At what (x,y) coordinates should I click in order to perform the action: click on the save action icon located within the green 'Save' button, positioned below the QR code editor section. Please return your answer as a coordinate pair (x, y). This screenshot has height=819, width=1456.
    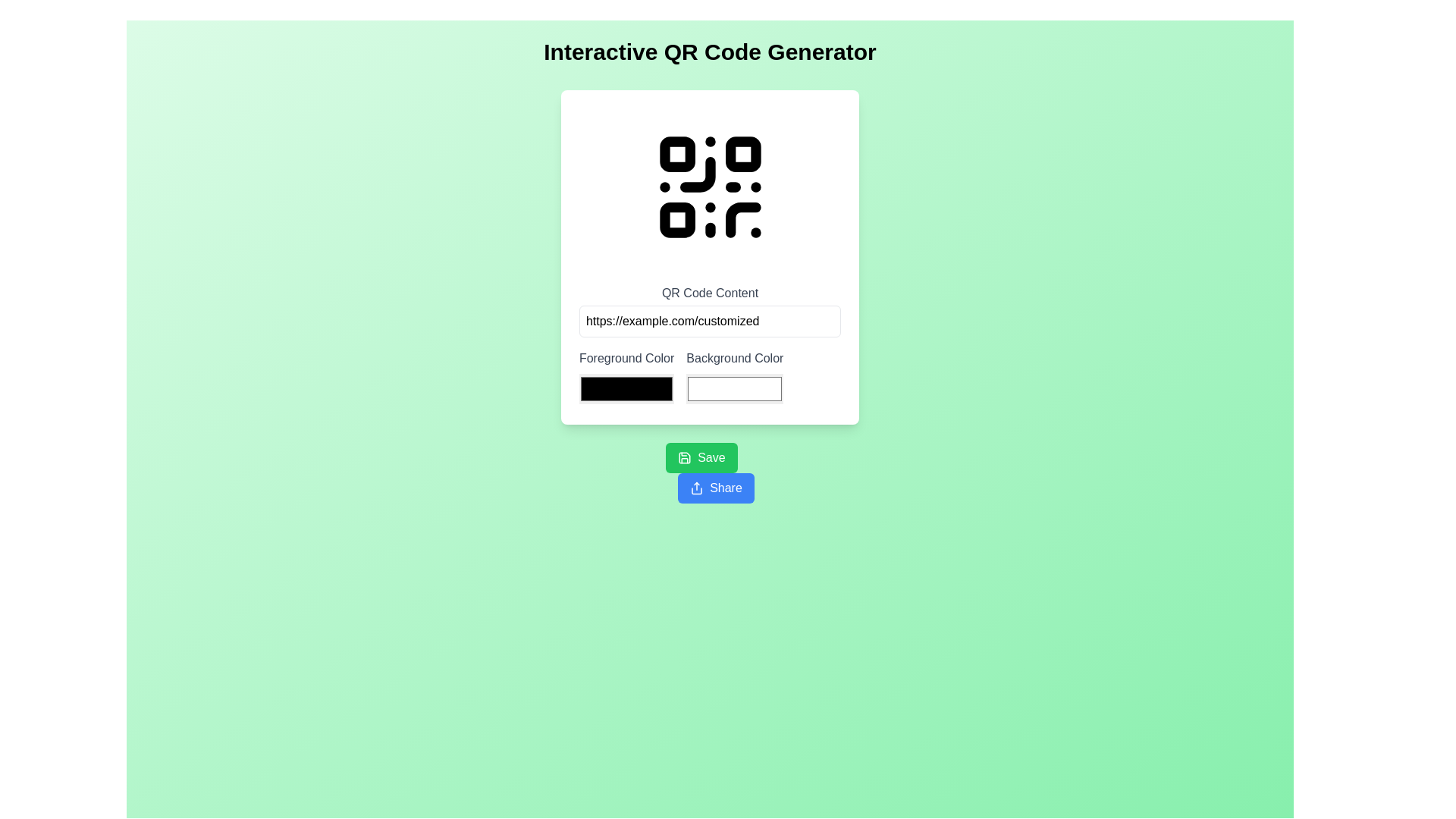
    Looking at the image, I should click on (684, 457).